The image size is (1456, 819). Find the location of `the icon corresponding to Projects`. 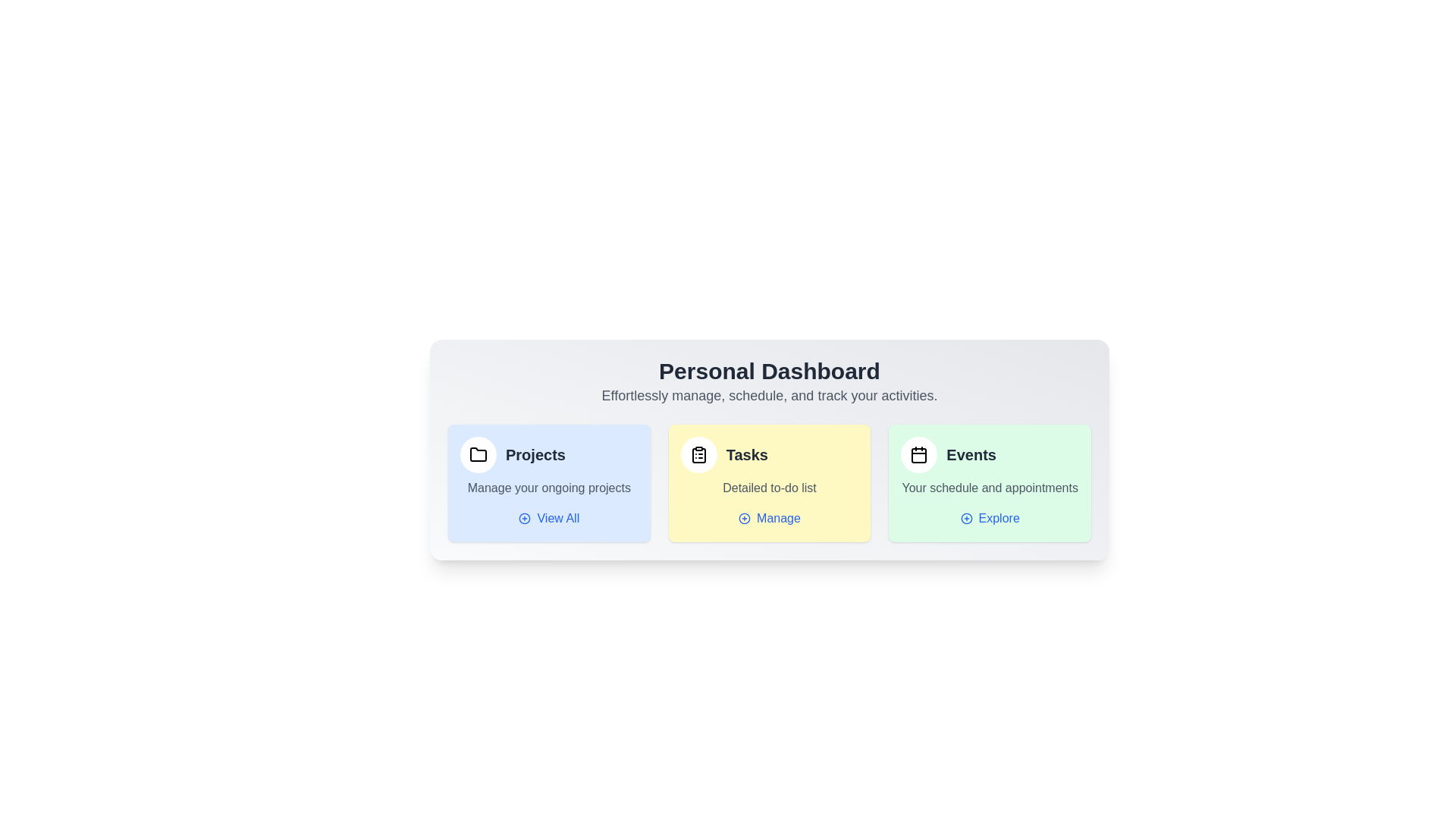

the icon corresponding to Projects is located at coordinates (477, 454).